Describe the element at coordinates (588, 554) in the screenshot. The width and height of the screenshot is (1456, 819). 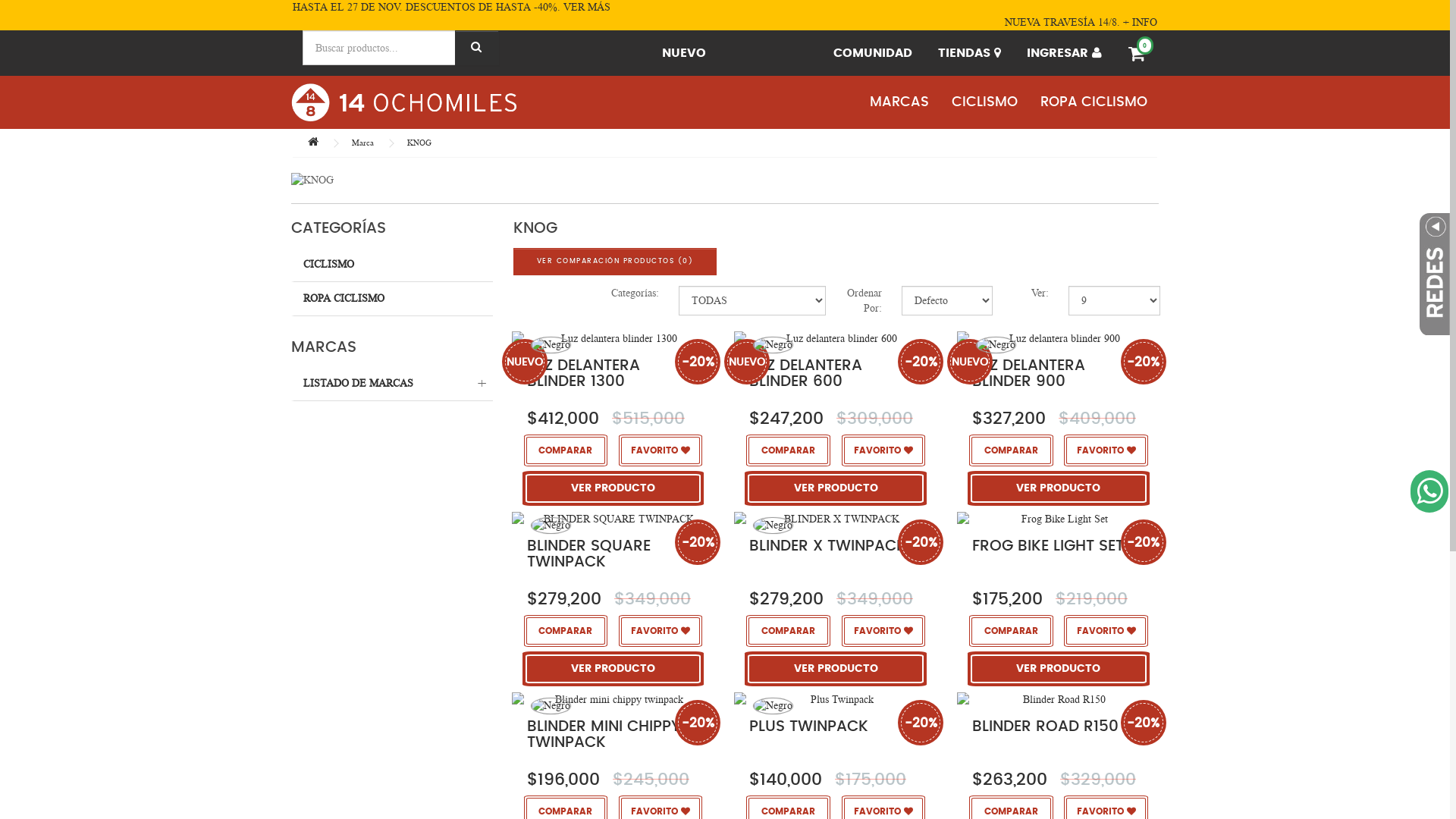
I see `'BLINDER SQUARE TWINPACK'` at that location.